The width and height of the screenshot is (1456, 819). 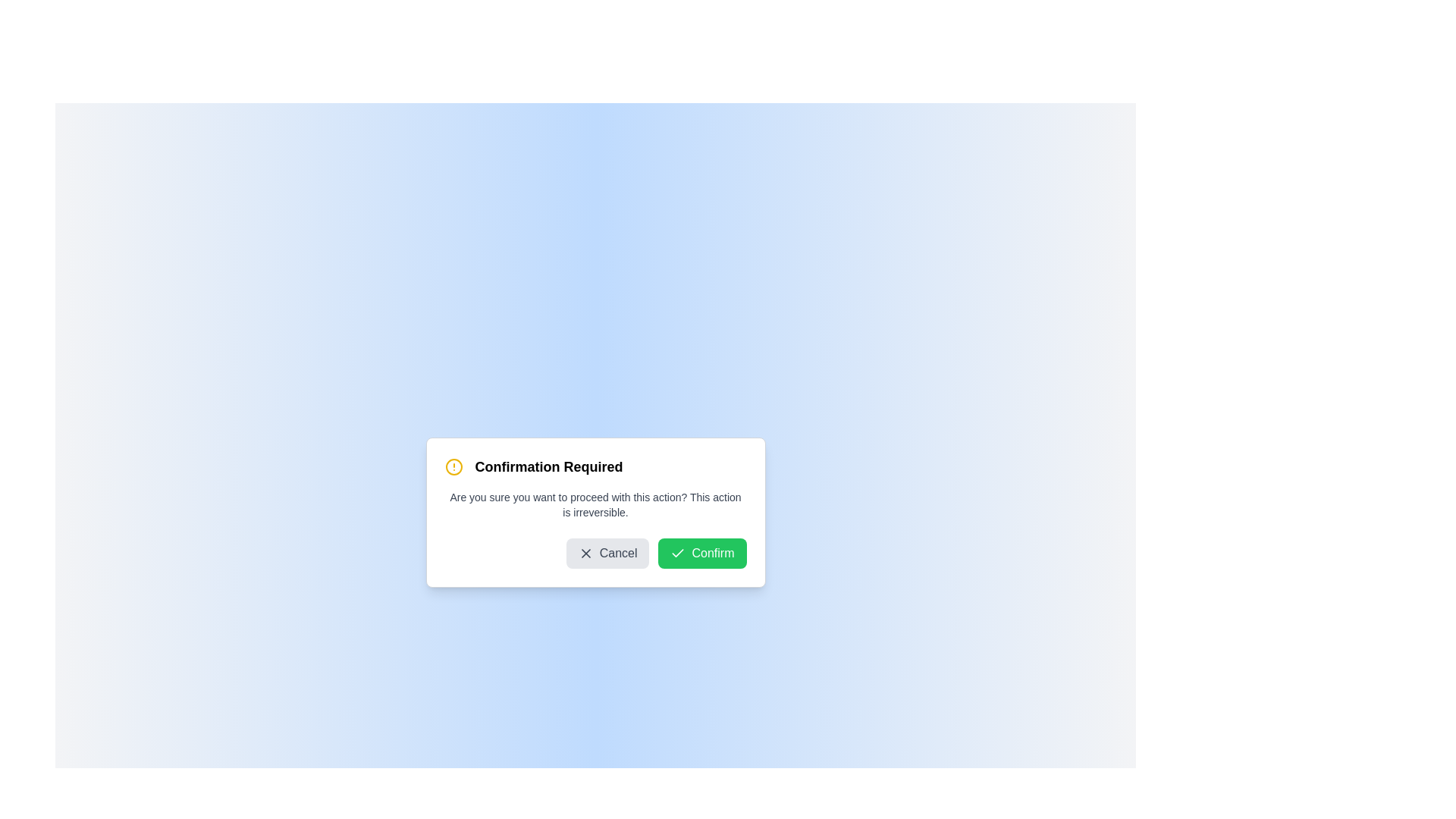 I want to click on the confirm button located in the dialog box's footer, which contains a green outline checkmark icon, so click(x=677, y=553).